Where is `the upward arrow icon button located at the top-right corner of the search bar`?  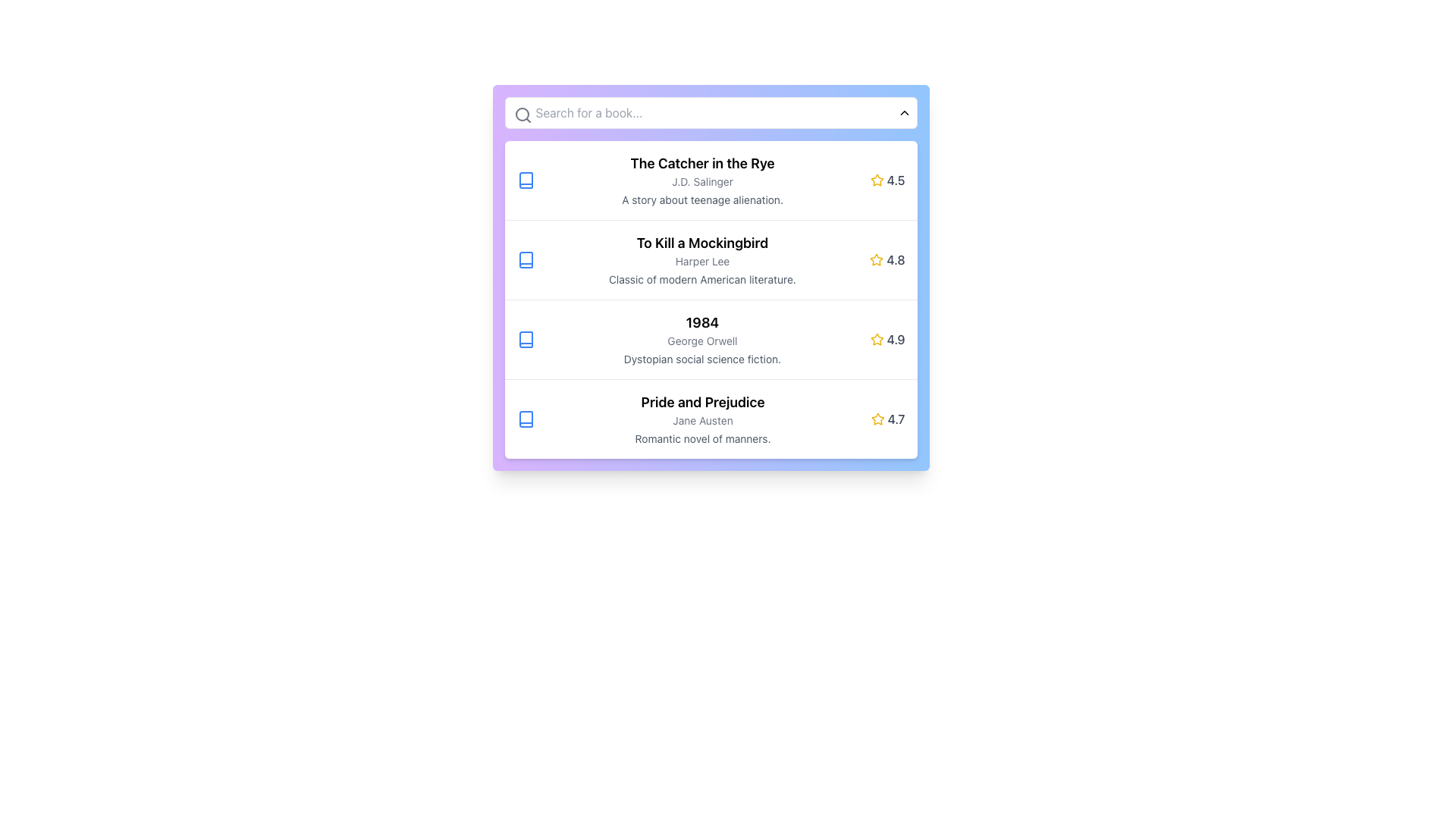
the upward arrow icon button located at the top-right corner of the search bar is located at coordinates (904, 112).